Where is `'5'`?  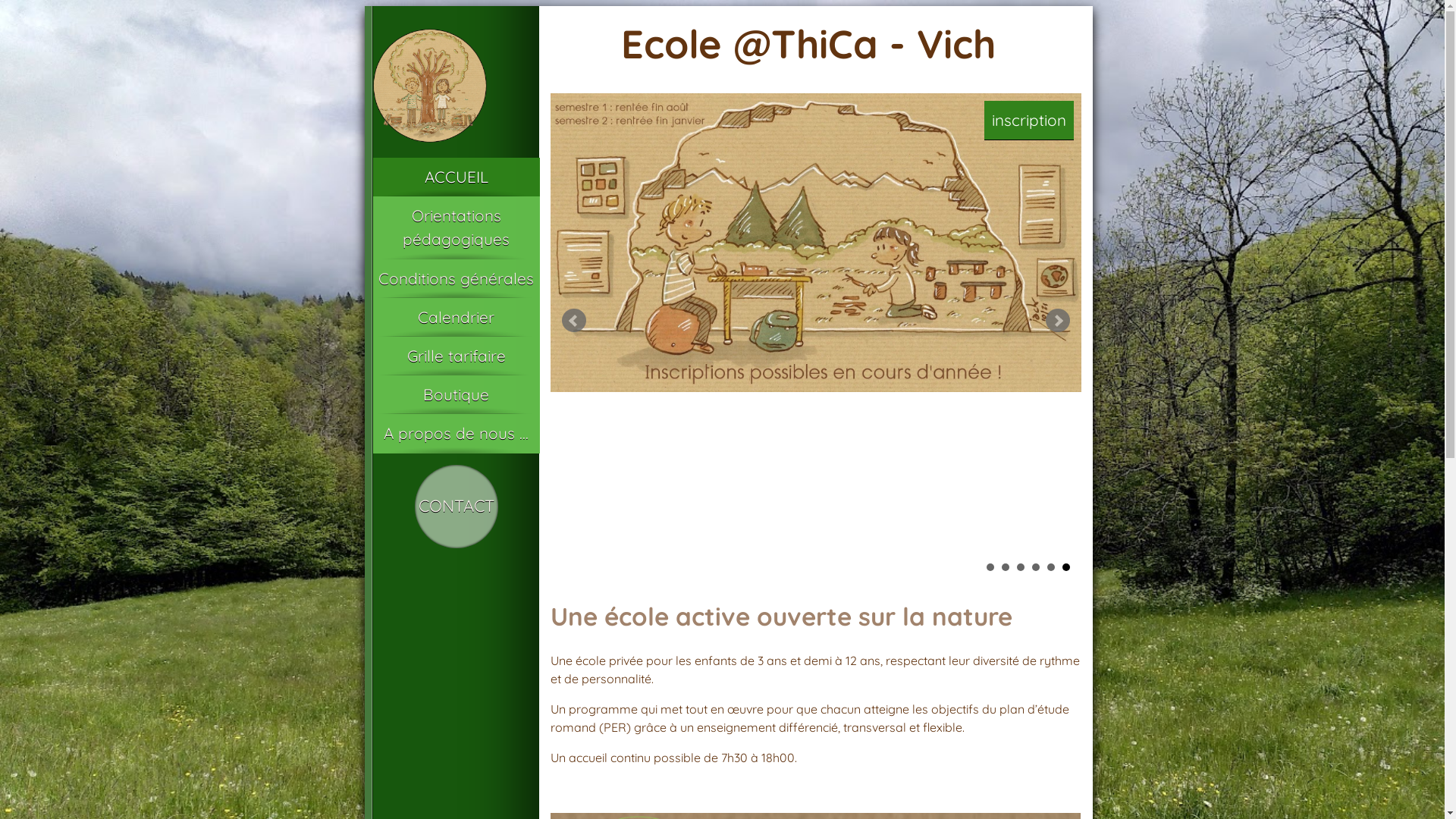
'5' is located at coordinates (1050, 567).